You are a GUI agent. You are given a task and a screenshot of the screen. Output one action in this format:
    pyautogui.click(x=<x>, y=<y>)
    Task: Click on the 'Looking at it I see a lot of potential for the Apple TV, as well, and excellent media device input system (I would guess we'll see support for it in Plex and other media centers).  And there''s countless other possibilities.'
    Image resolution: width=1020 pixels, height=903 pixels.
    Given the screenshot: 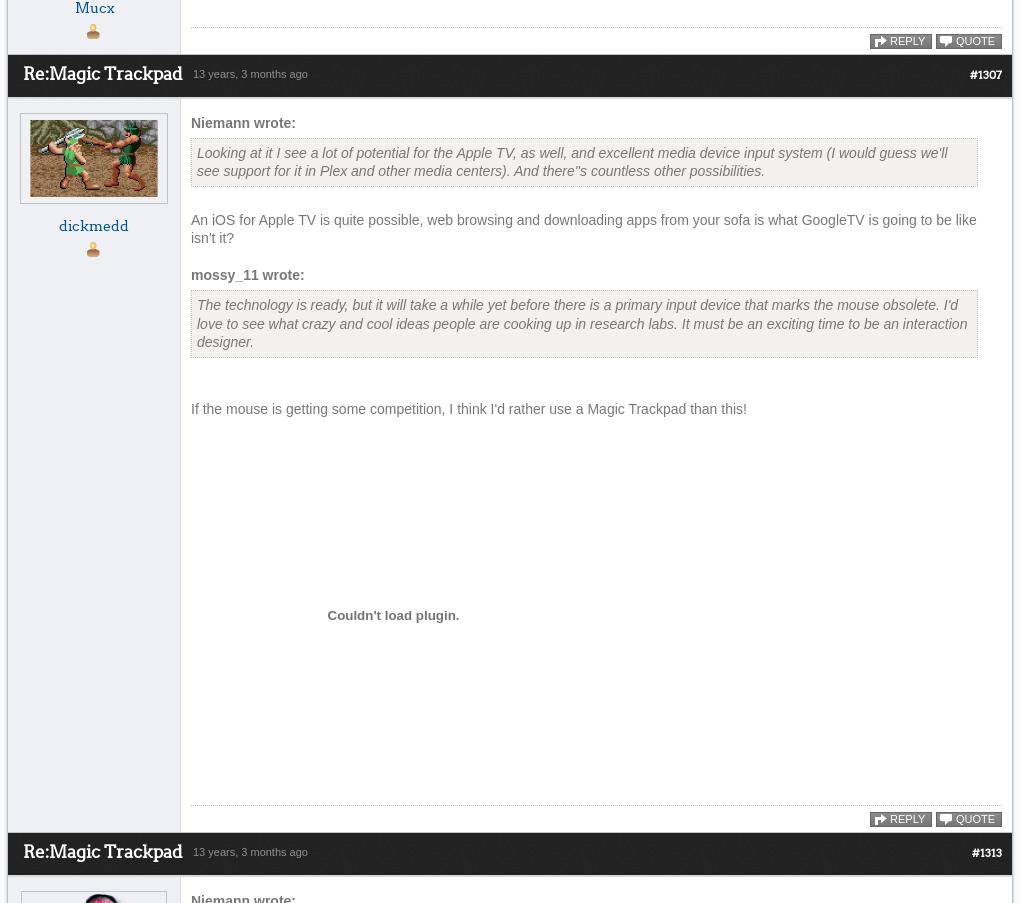 What is the action you would take?
    pyautogui.click(x=572, y=160)
    